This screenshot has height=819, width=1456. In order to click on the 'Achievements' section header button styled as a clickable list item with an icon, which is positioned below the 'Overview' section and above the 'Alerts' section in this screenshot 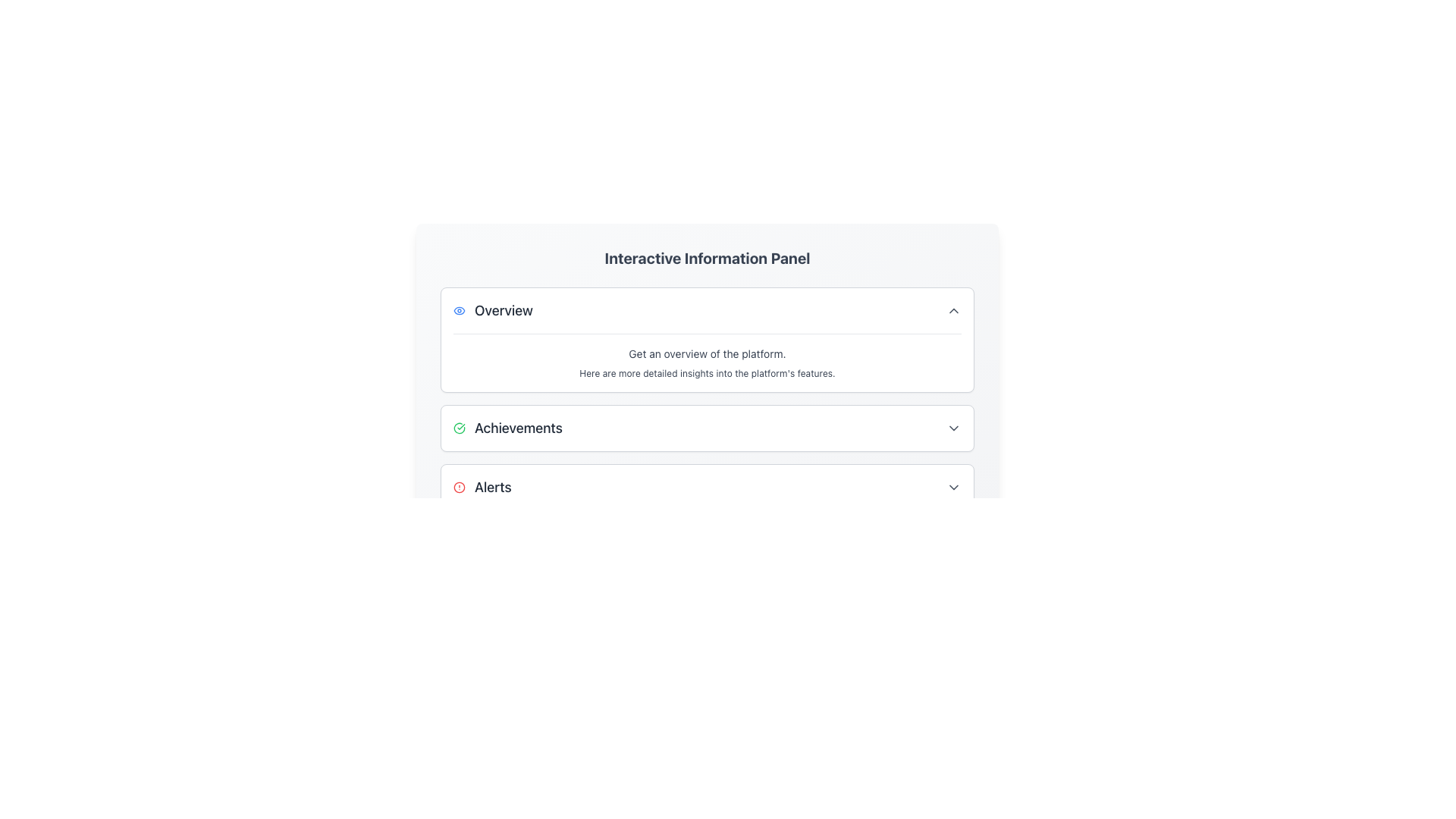, I will do `click(507, 428)`.